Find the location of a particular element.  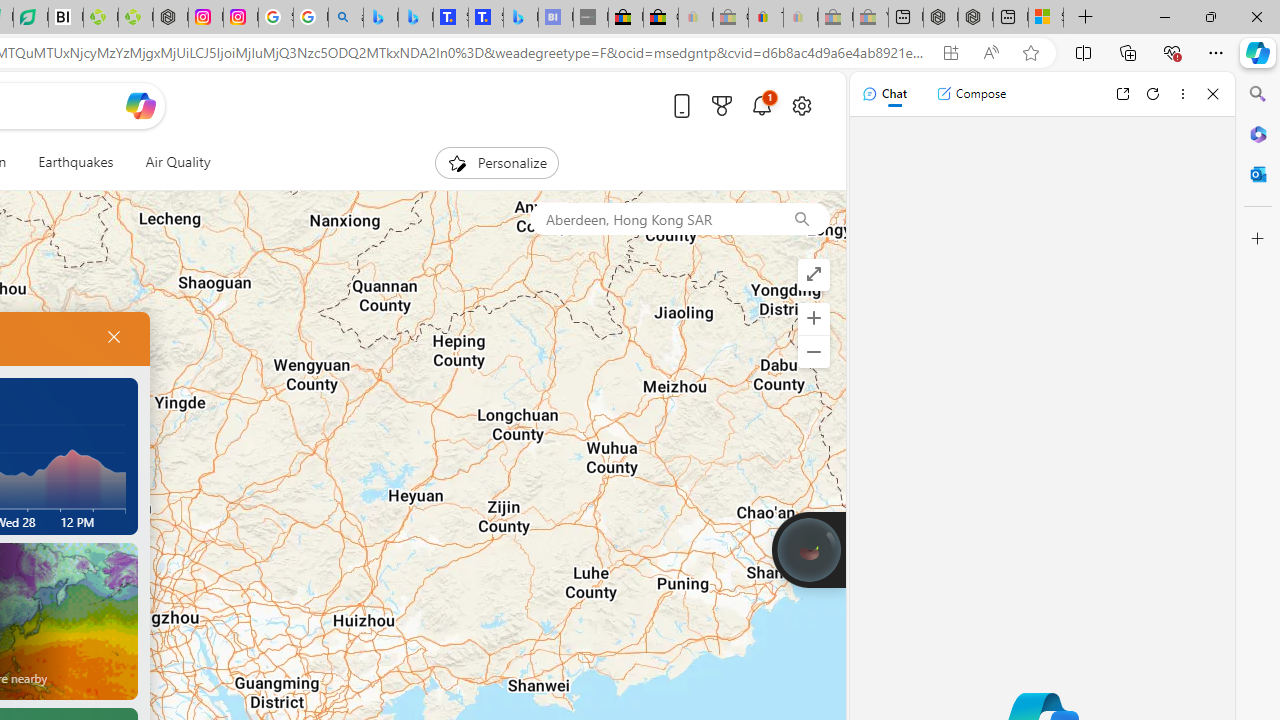

'Threats and offensive language policy | eBay' is located at coordinates (765, 17).